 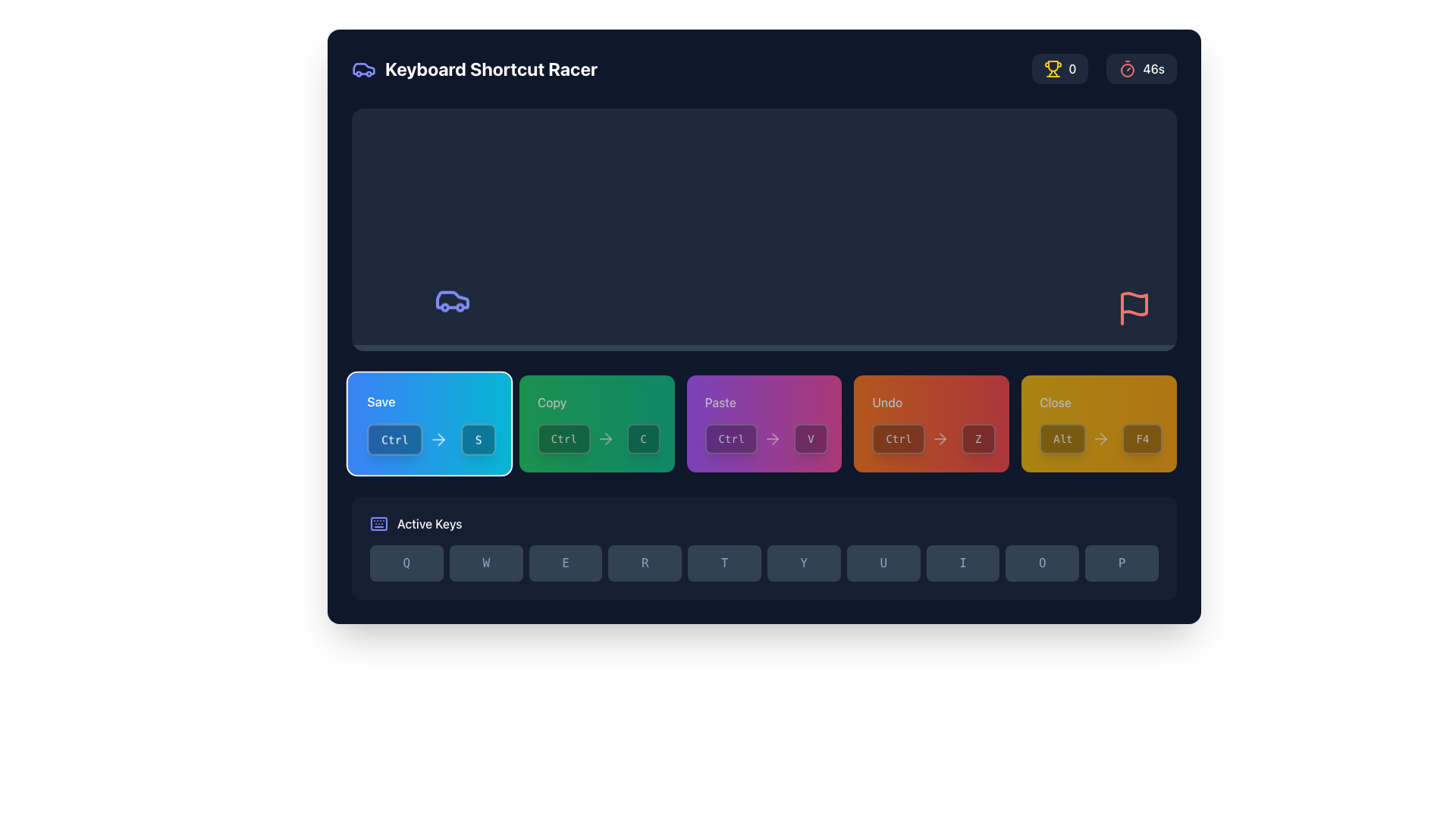 What do you see at coordinates (596, 424) in the screenshot?
I see `the informational card that represents the 'Copy' keyboard shortcut, which displays 'Ctrl + C' and is located between the 'Save' card and the 'Paste' card in a horizontal row` at bounding box center [596, 424].